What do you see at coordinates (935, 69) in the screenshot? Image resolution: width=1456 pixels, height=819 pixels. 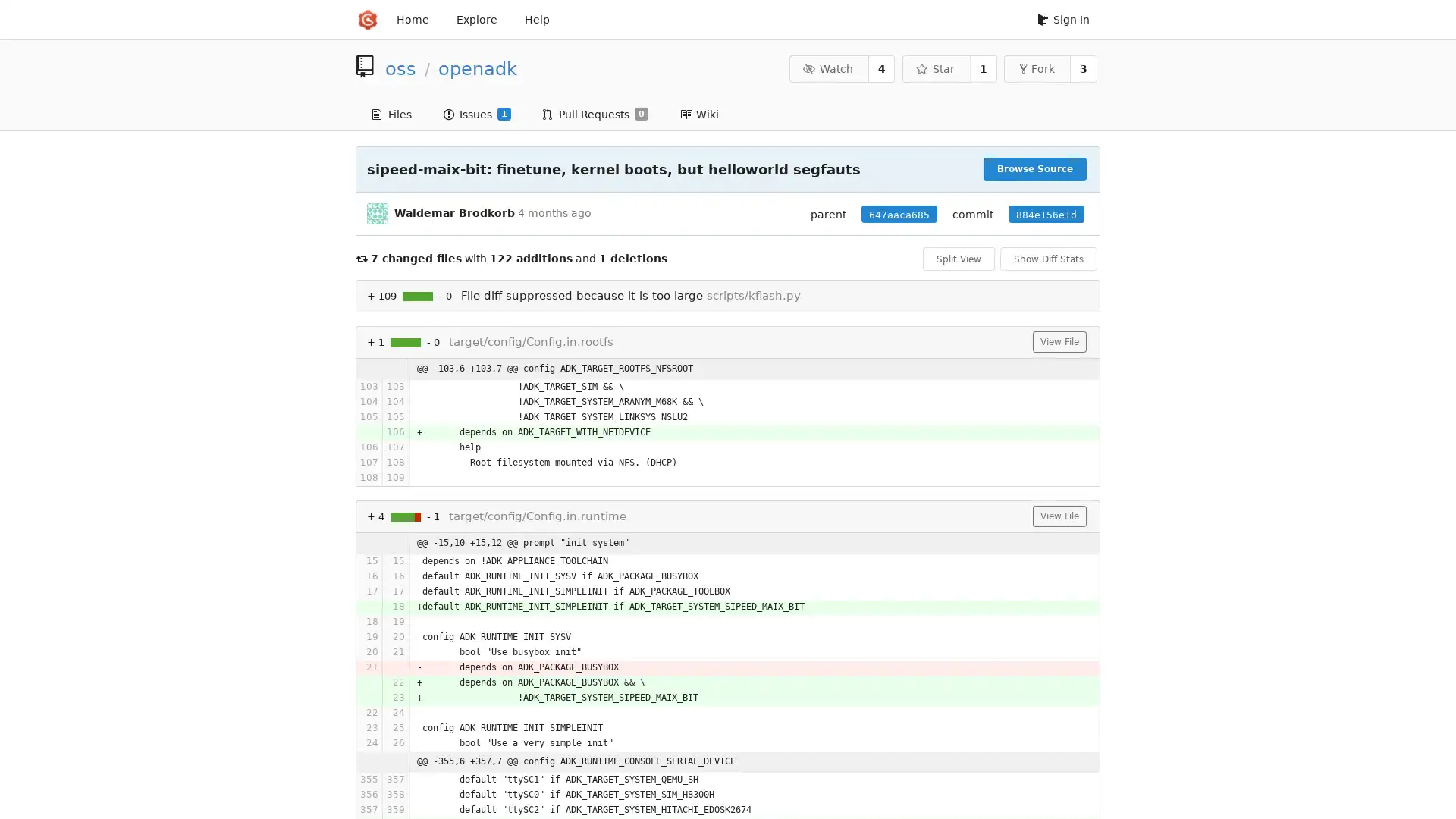 I see `Star` at bounding box center [935, 69].